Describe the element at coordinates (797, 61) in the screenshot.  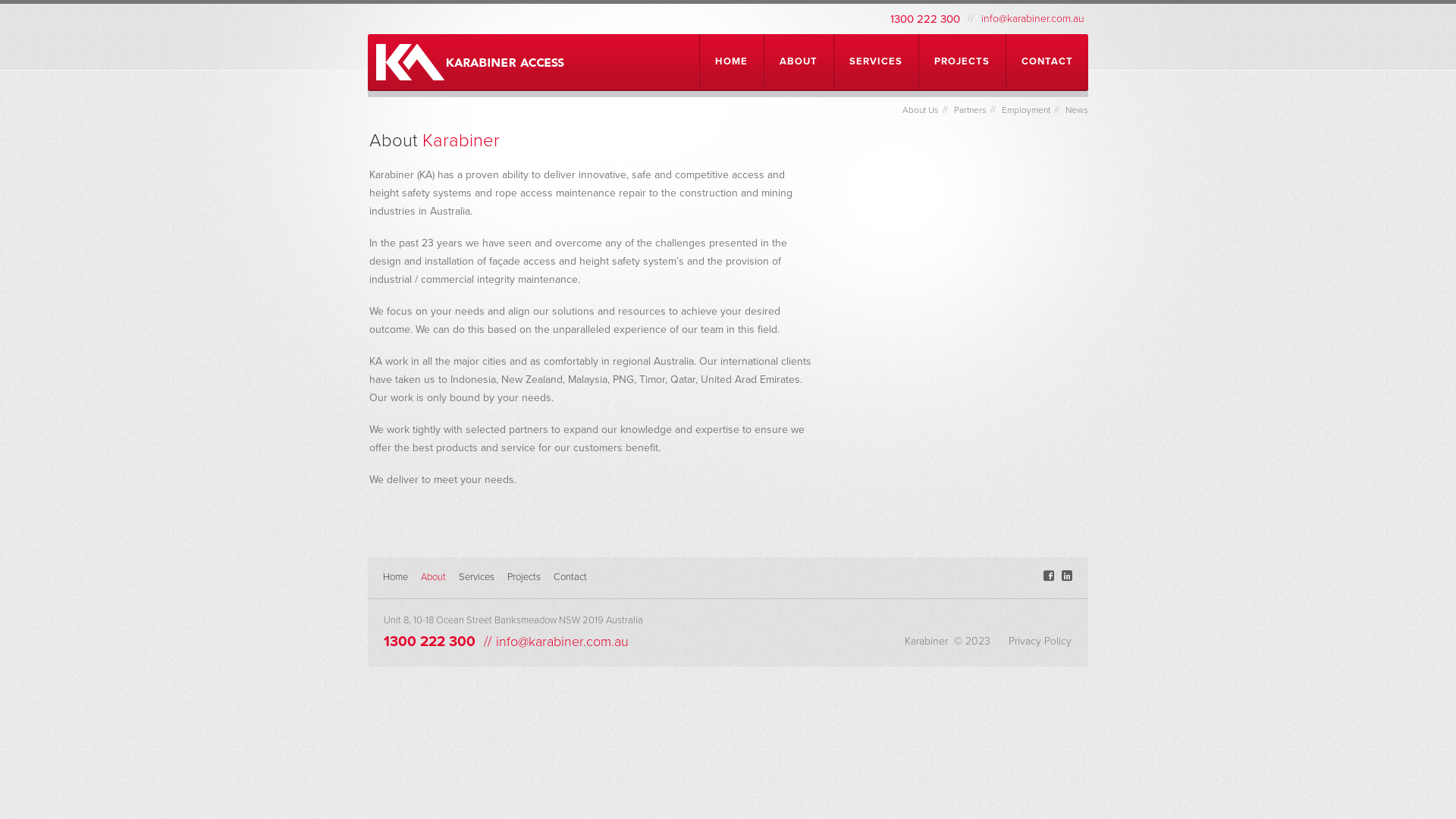
I see `'ABOUT'` at that location.